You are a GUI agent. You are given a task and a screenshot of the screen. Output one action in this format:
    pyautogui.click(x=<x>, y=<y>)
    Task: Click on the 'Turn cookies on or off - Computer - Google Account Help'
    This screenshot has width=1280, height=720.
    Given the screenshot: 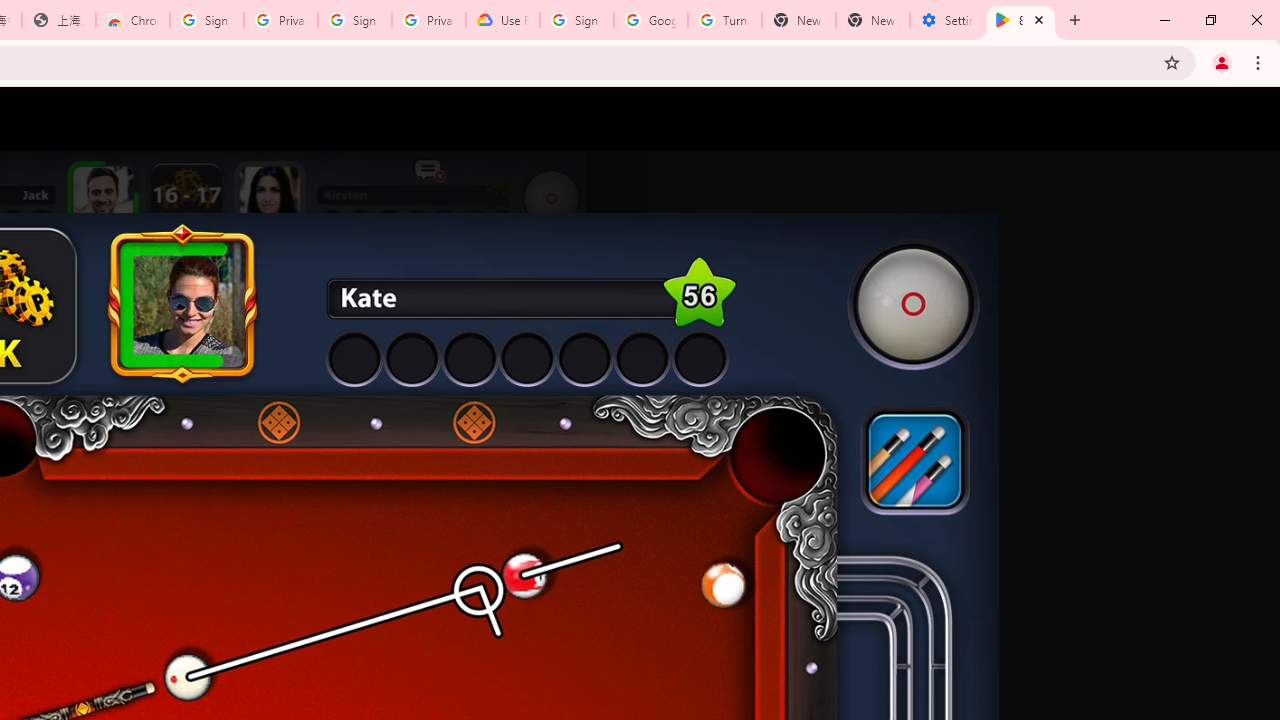 What is the action you would take?
    pyautogui.click(x=723, y=20)
    